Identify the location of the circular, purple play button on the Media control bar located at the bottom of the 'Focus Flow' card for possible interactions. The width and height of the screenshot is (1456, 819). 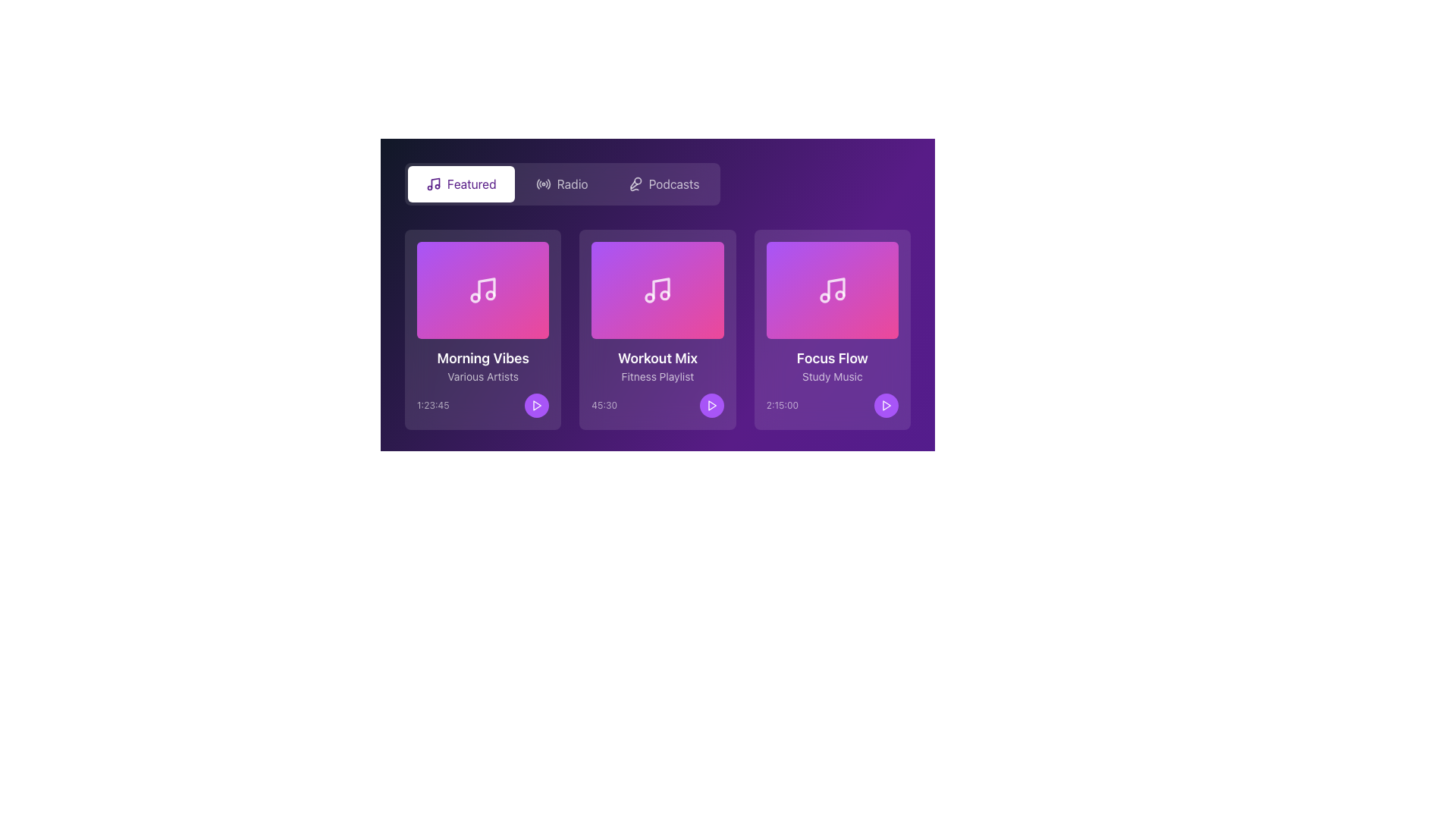
(831, 405).